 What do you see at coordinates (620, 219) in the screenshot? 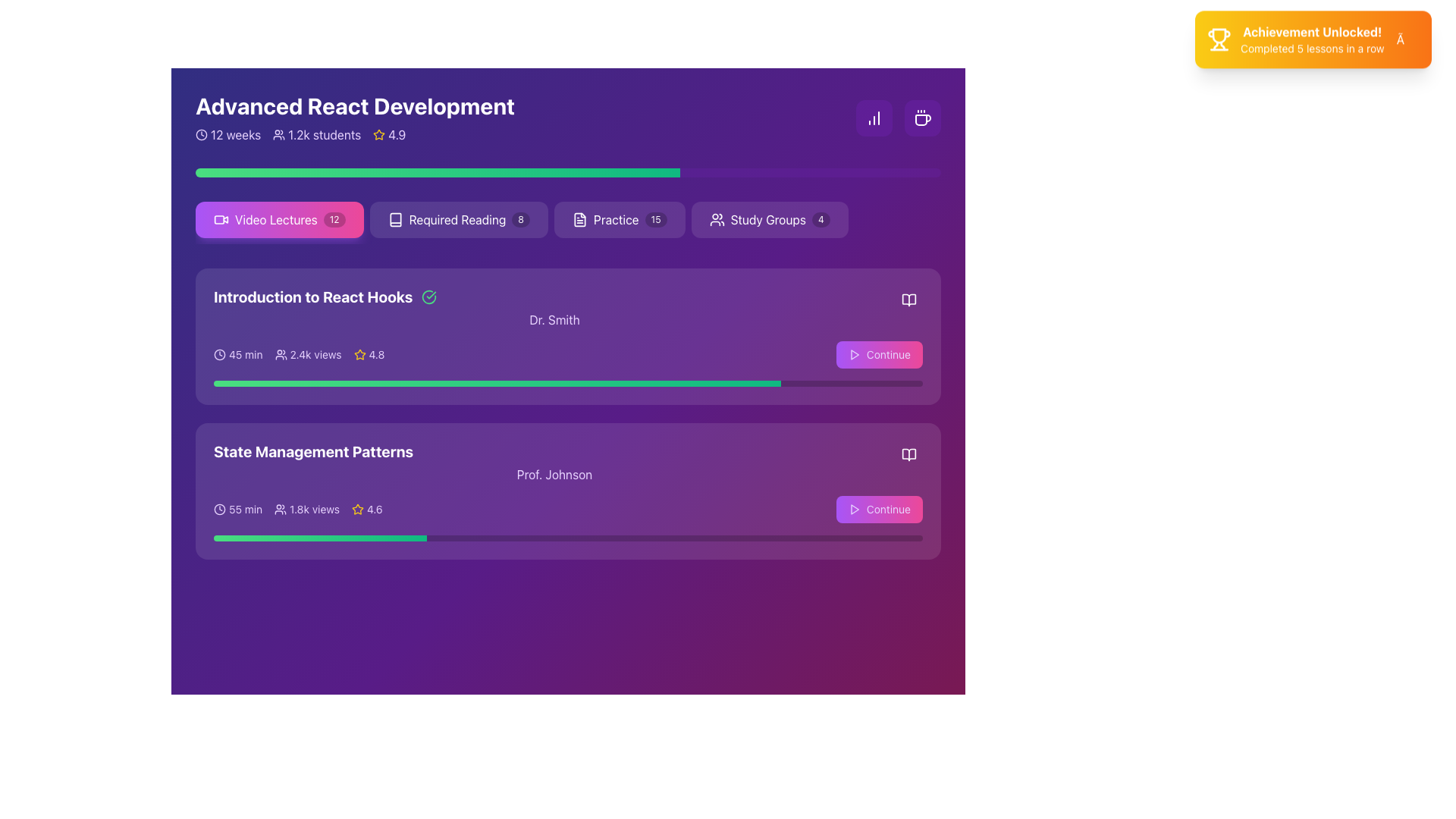
I see `the navigational button that redirects users to the 'Practice' section, which is the third button from the left in a series of four buttons, indicated by the number '15'` at bounding box center [620, 219].